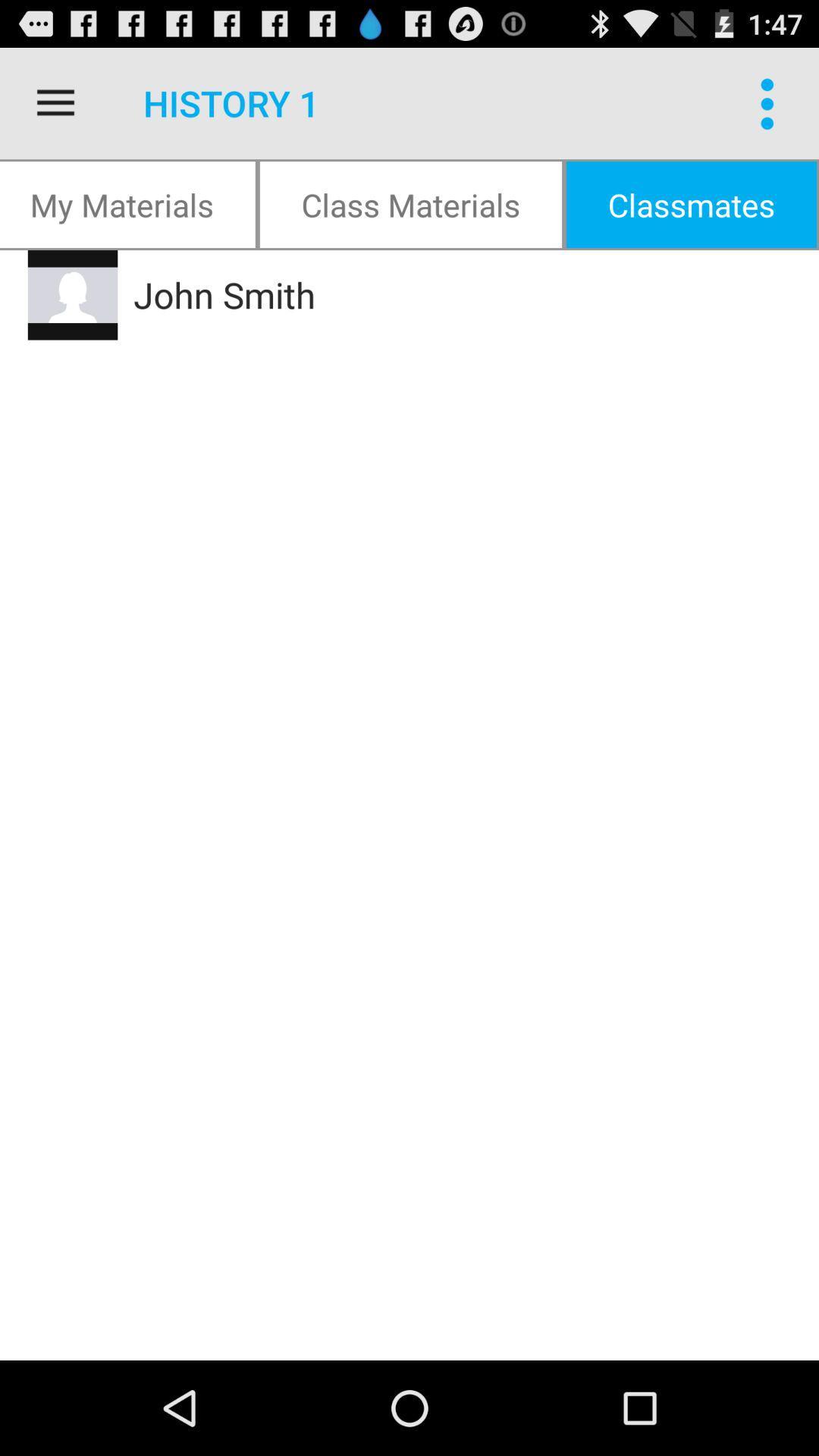  What do you see at coordinates (127, 203) in the screenshot?
I see `icon to the left of class materials` at bounding box center [127, 203].